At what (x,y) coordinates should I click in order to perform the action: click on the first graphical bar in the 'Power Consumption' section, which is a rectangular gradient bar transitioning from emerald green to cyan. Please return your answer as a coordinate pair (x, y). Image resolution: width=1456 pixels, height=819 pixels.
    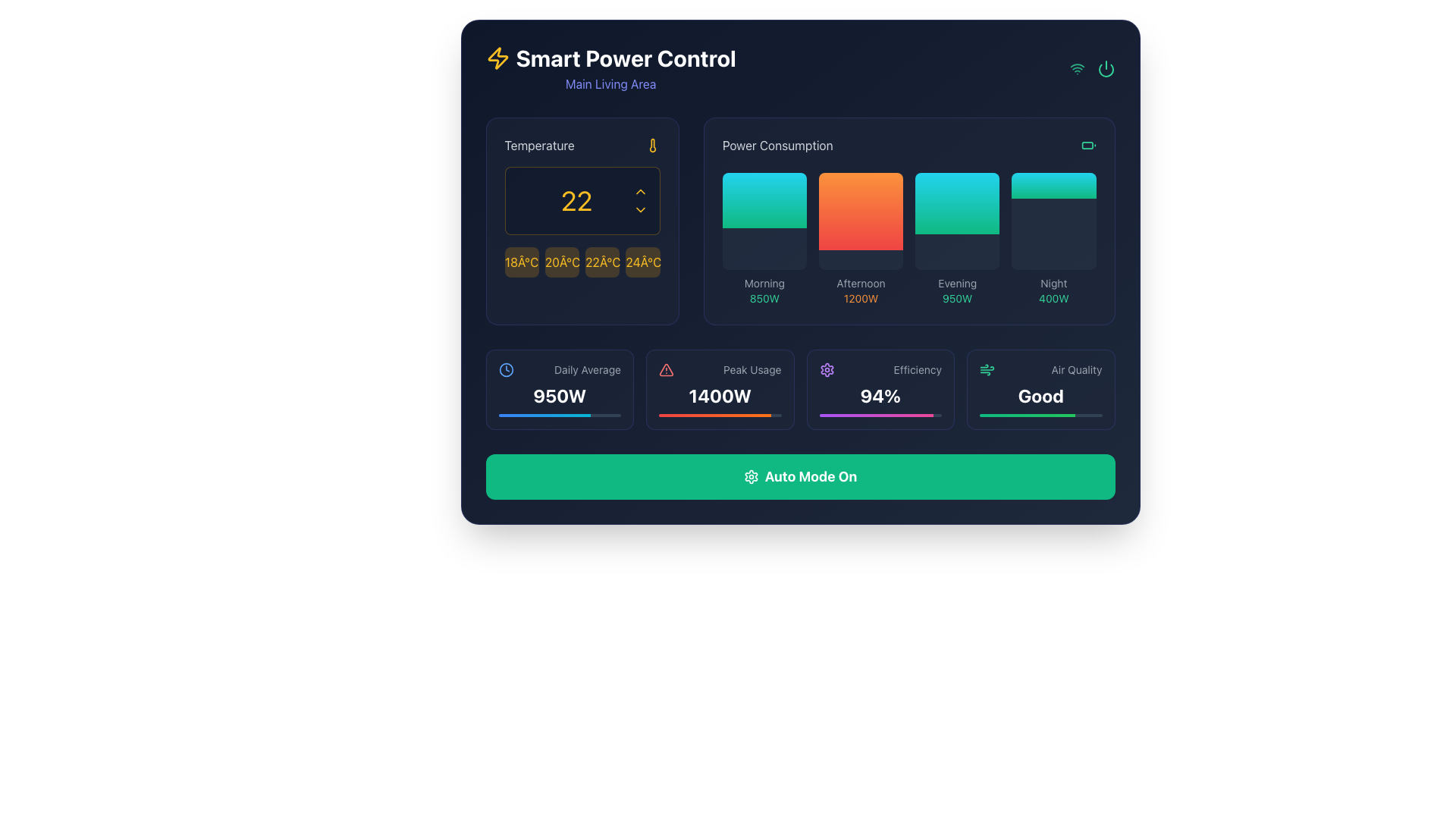
    Looking at the image, I should click on (764, 199).